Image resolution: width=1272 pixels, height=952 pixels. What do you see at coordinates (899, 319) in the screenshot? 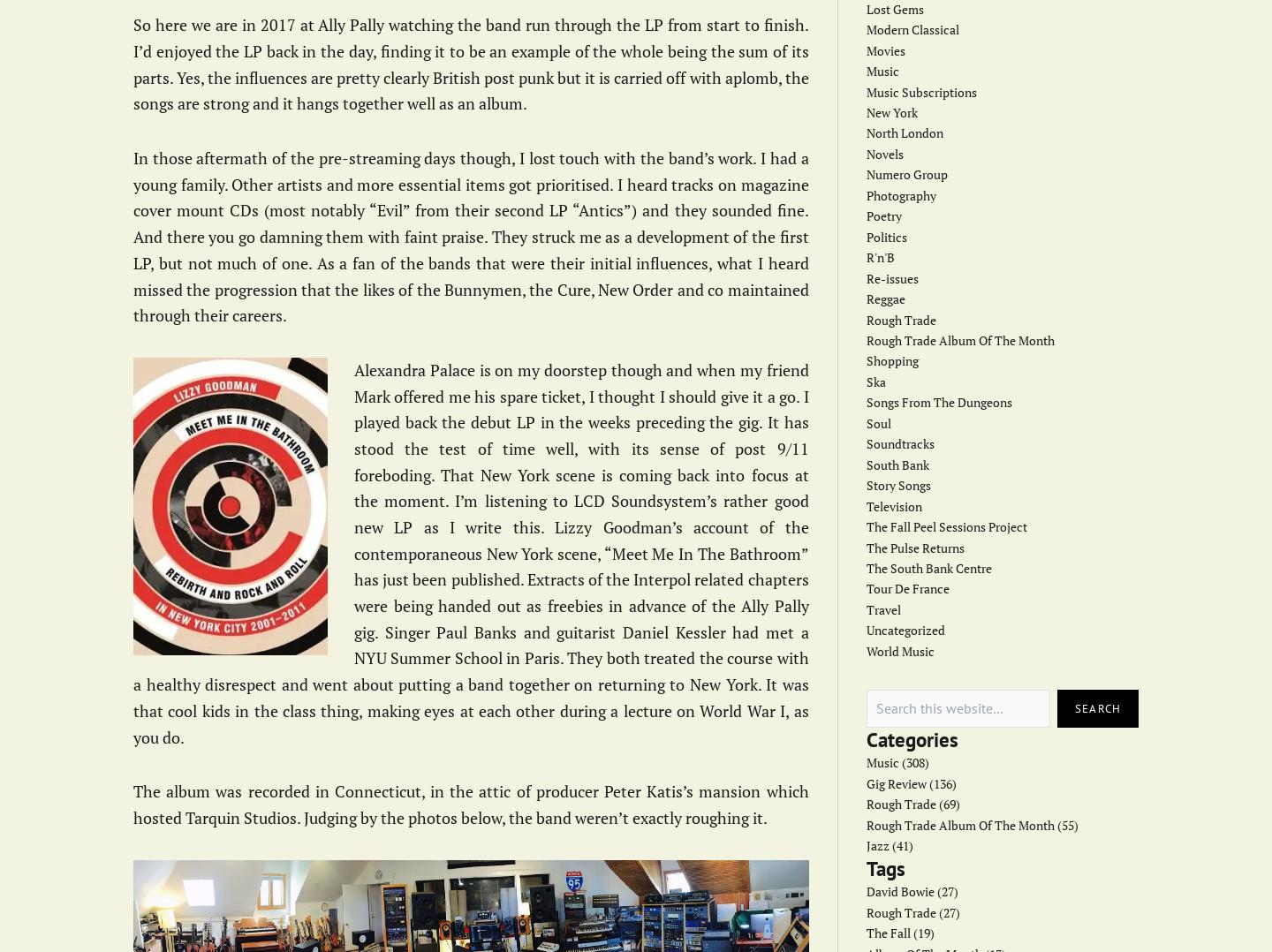
I see `'Rough Trade'` at bounding box center [899, 319].